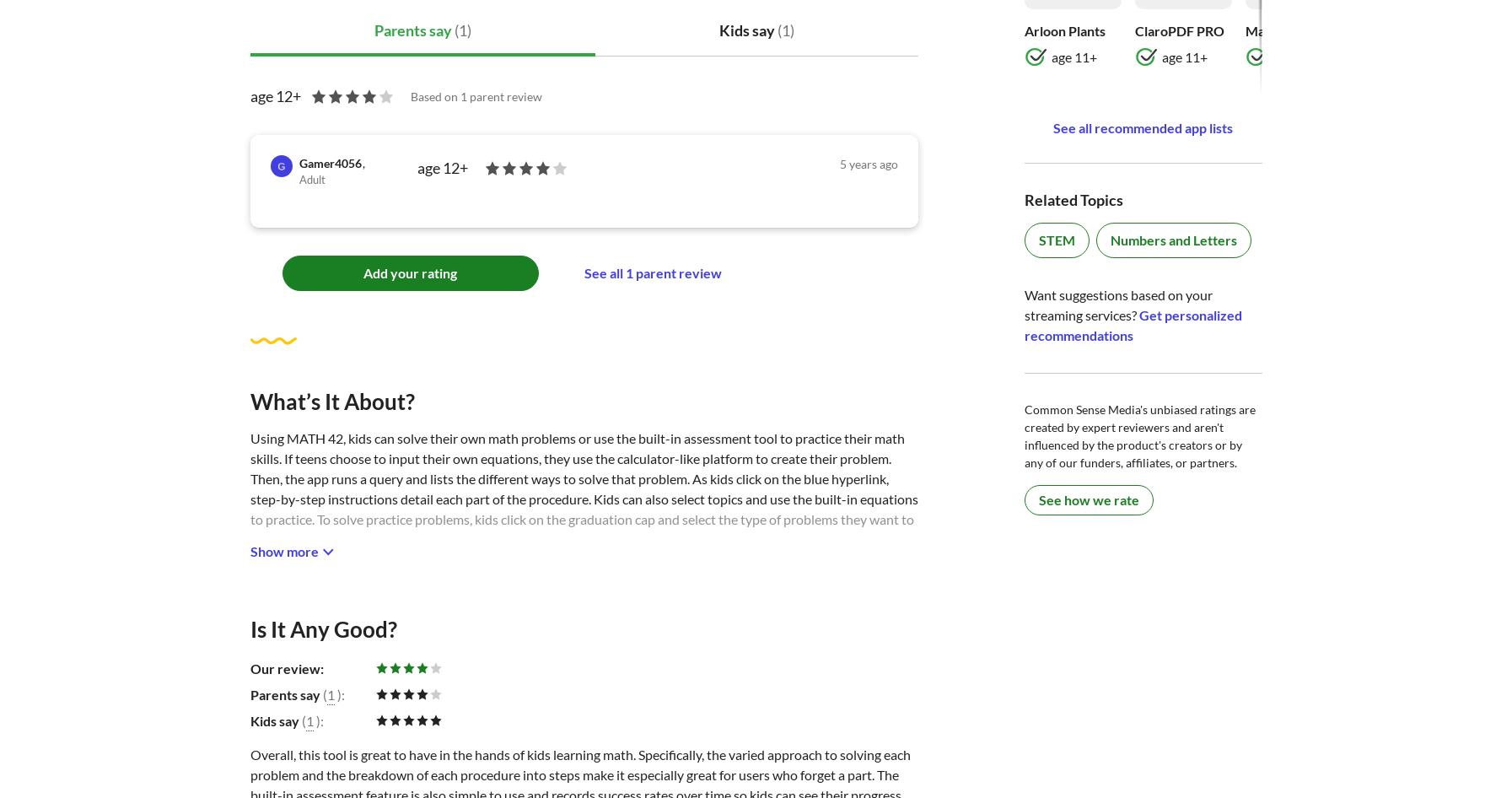 This screenshot has width=1512, height=798. What do you see at coordinates (1139, 435) in the screenshot?
I see `'Common Sense Media's unbiased ratings are created by expert reviewers and aren't influenced by the product's creators or by any of our funders, affiliates, or partners.'` at bounding box center [1139, 435].